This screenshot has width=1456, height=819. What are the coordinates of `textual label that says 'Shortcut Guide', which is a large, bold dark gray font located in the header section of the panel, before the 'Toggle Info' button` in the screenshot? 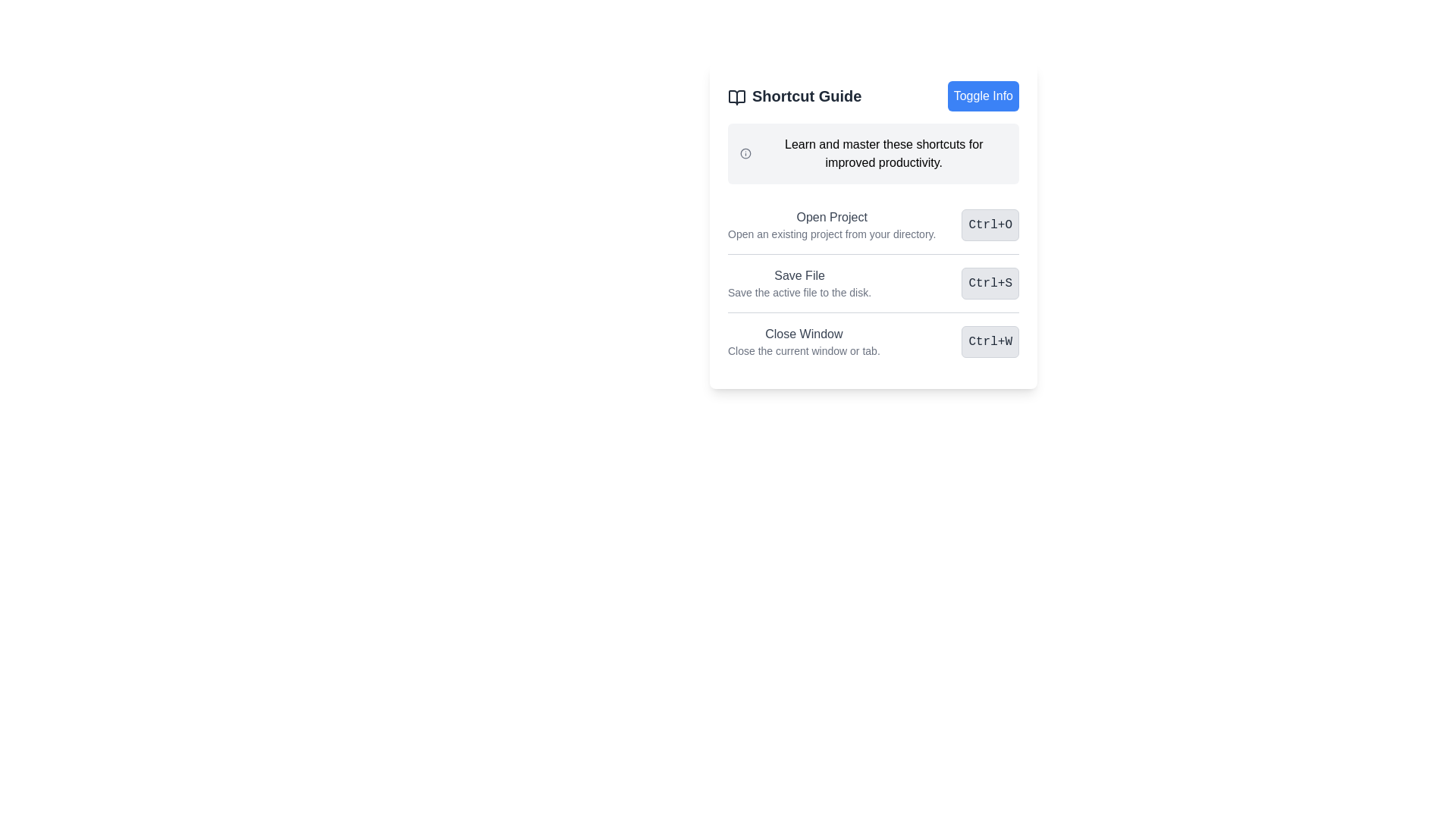 It's located at (794, 96).